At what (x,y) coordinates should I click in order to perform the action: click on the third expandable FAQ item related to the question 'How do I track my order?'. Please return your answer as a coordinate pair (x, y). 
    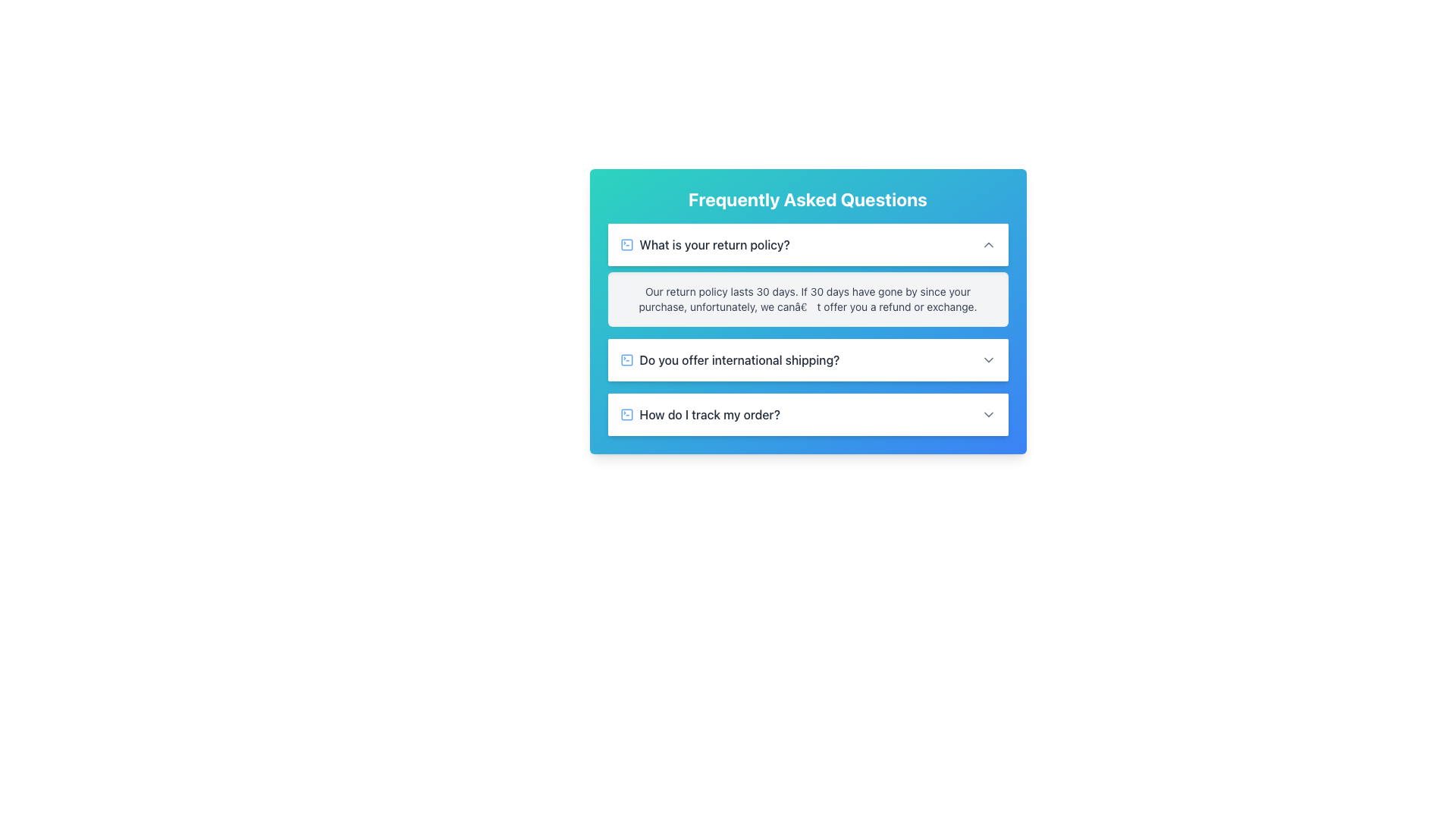
    Looking at the image, I should click on (807, 415).